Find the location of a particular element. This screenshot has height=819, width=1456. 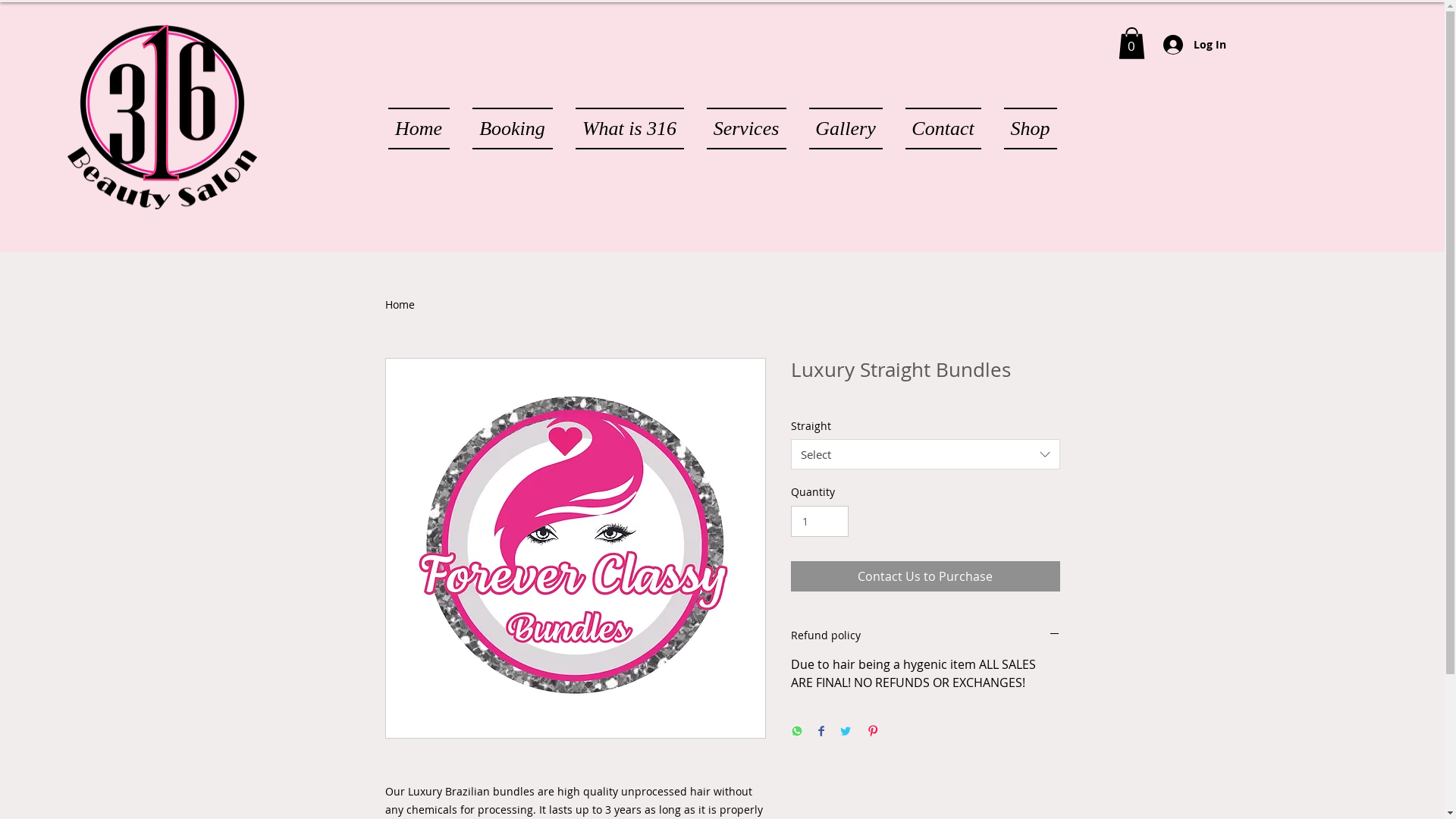

'What is 316' is located at coordinates (629, 127).